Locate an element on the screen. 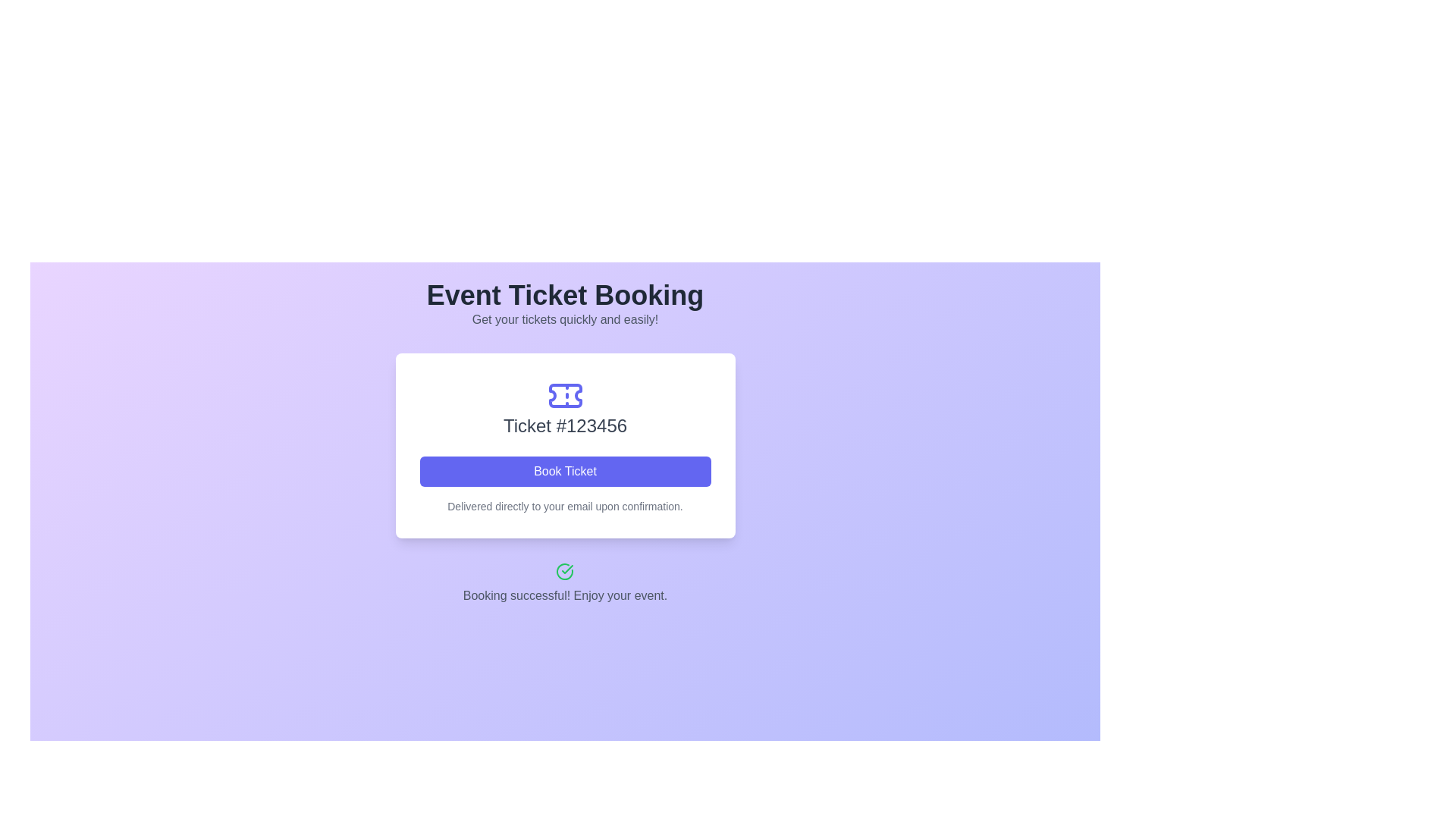 The height and width of the screenshot is (819, 1456). the static informational text that reads 'Get your tickets quickly and easily!', which is displayed in a smaller gray font and is located beneath the title 'Event Ticket Booking' is located at coordinates (564, 318).